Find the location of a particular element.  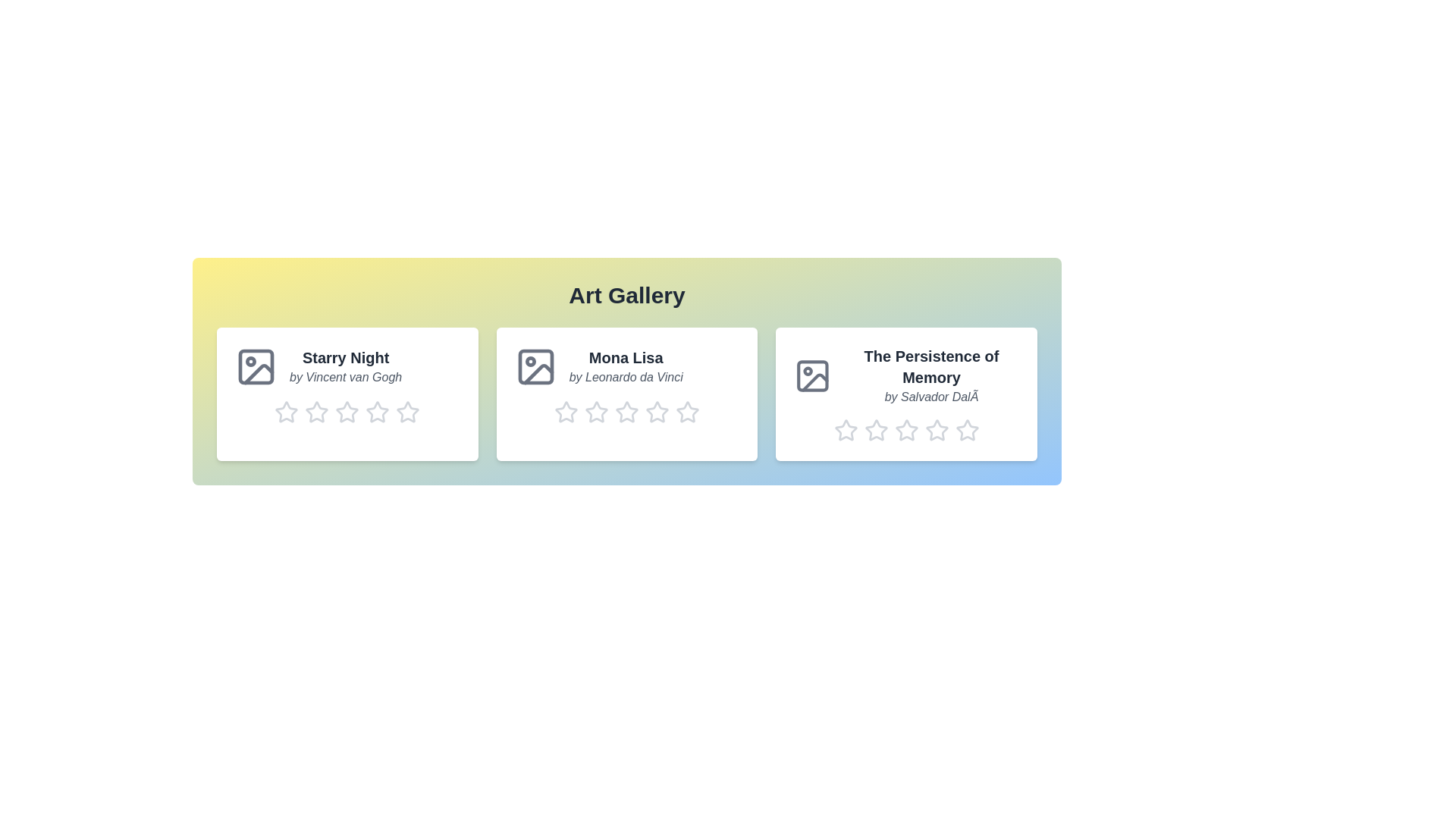

the rating of artwork 1 to 2 stars is located at coordinates (304, 412).